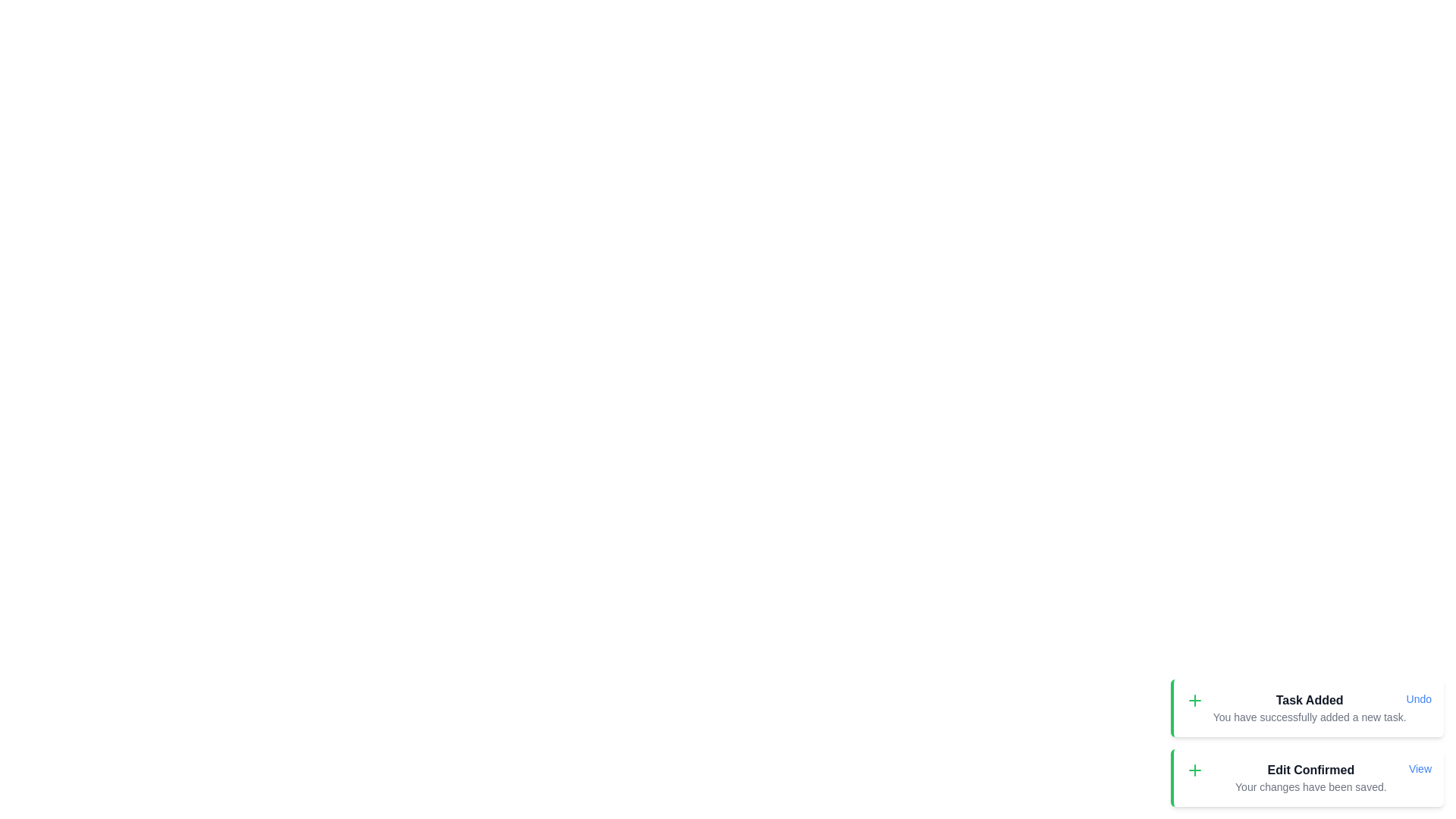  I want to click on the action button labeled Undo in the snackbar item, so click(1418, 698).